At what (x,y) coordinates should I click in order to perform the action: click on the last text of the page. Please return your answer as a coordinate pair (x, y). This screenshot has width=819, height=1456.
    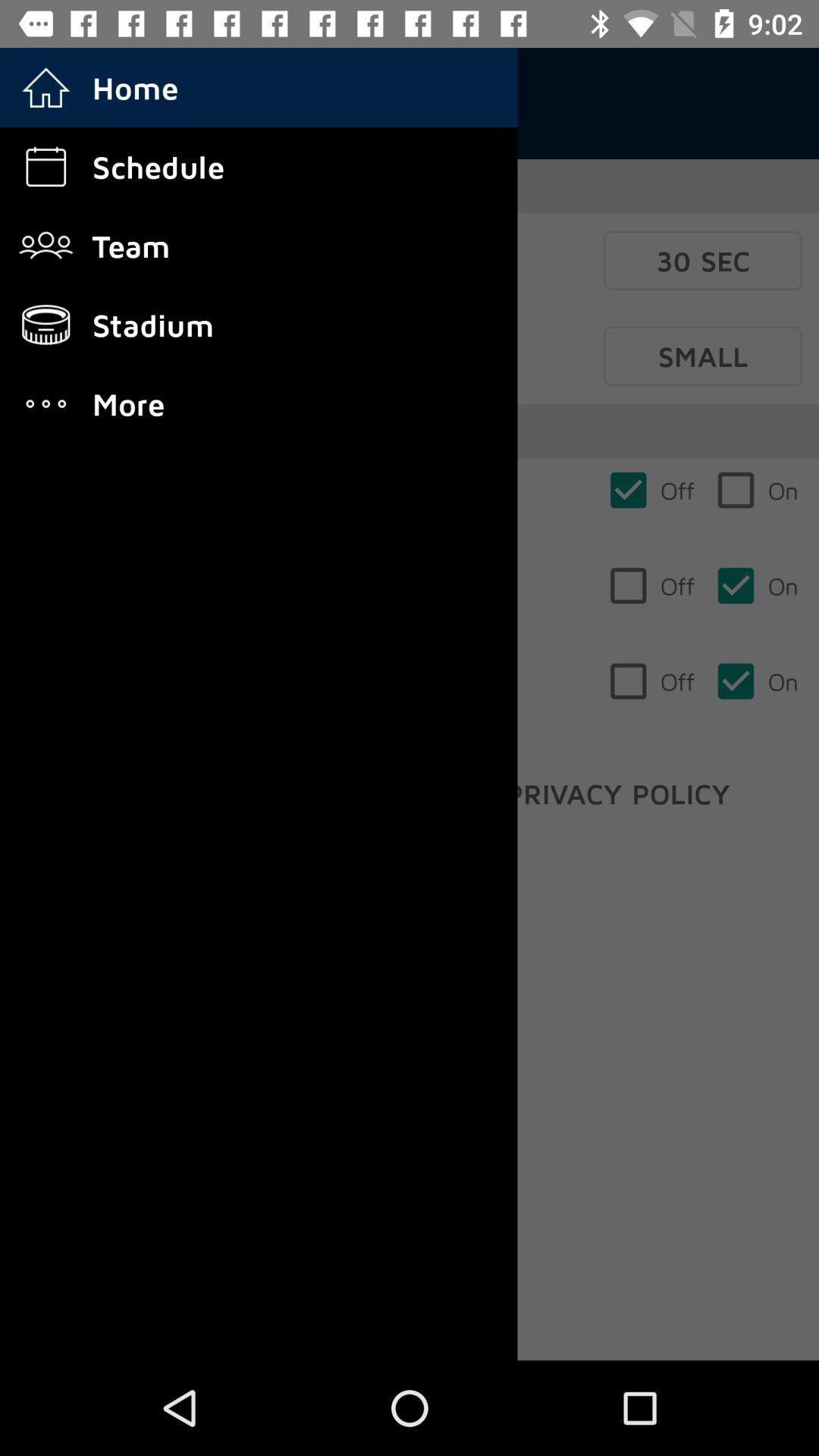
    Looking at the image, I should click on (618, 792).